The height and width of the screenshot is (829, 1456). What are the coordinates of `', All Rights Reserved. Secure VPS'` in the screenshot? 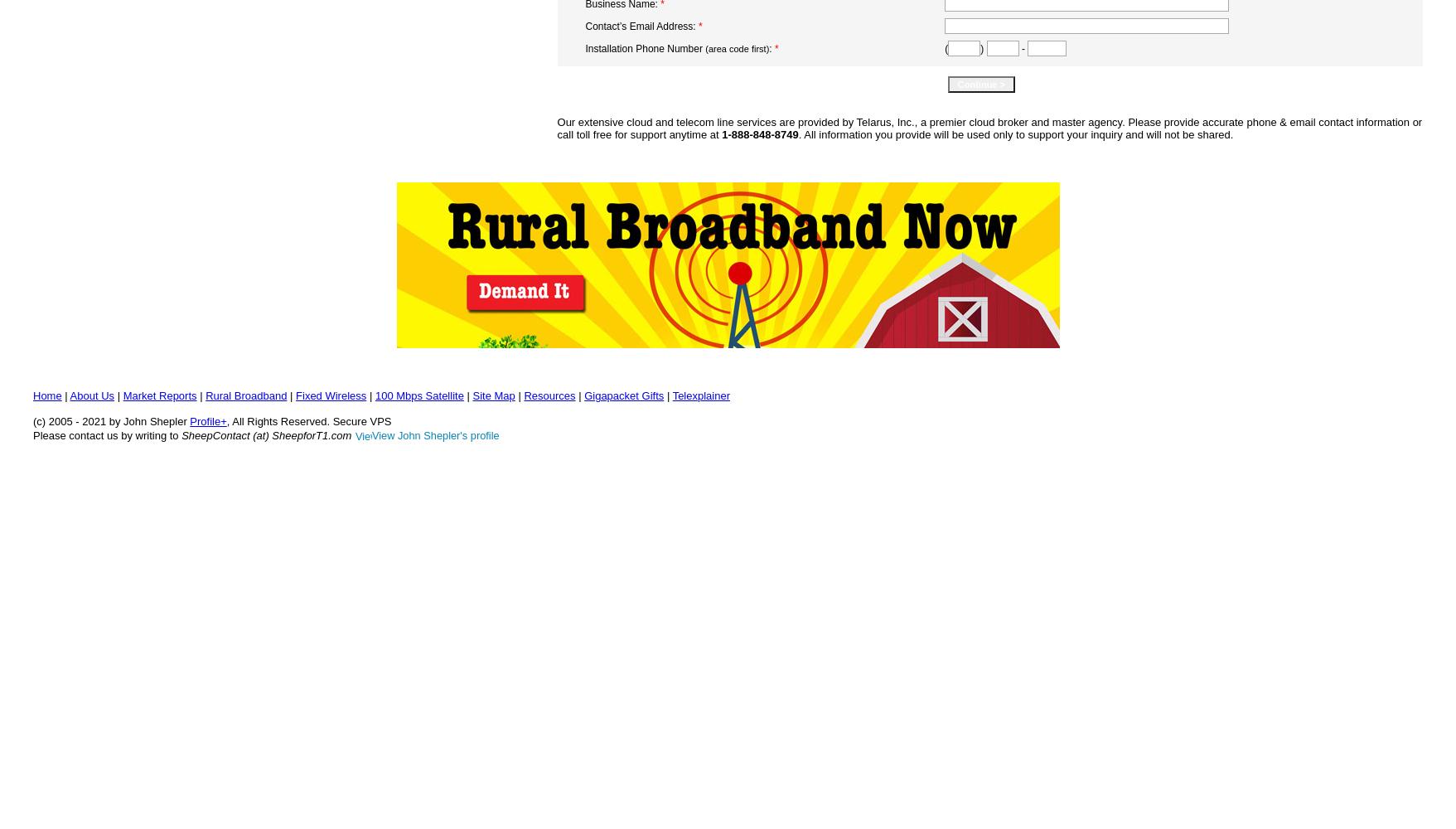 It's located at (308, 421).